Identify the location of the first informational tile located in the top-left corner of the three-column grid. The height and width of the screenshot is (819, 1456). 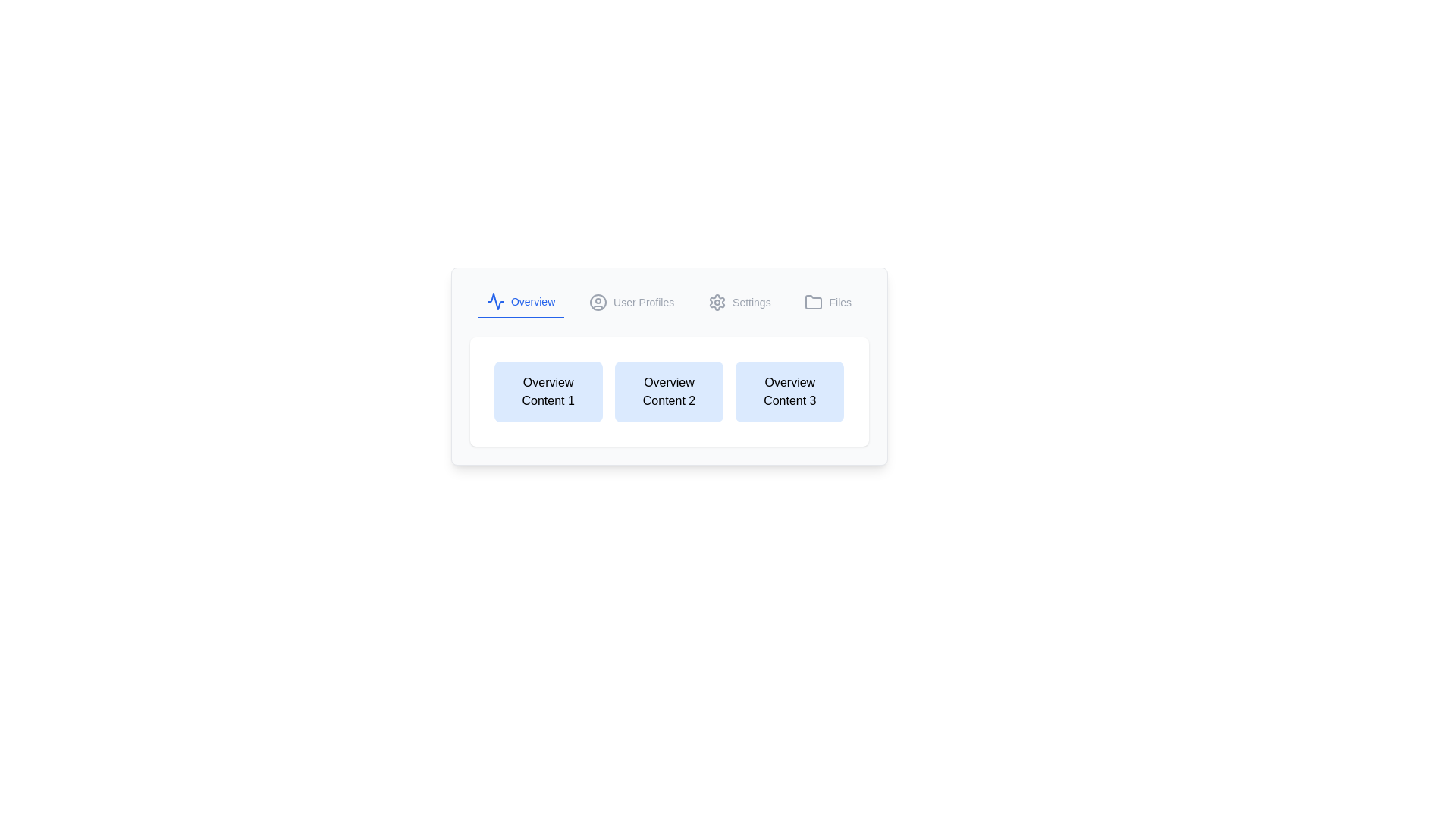
(548, 391).